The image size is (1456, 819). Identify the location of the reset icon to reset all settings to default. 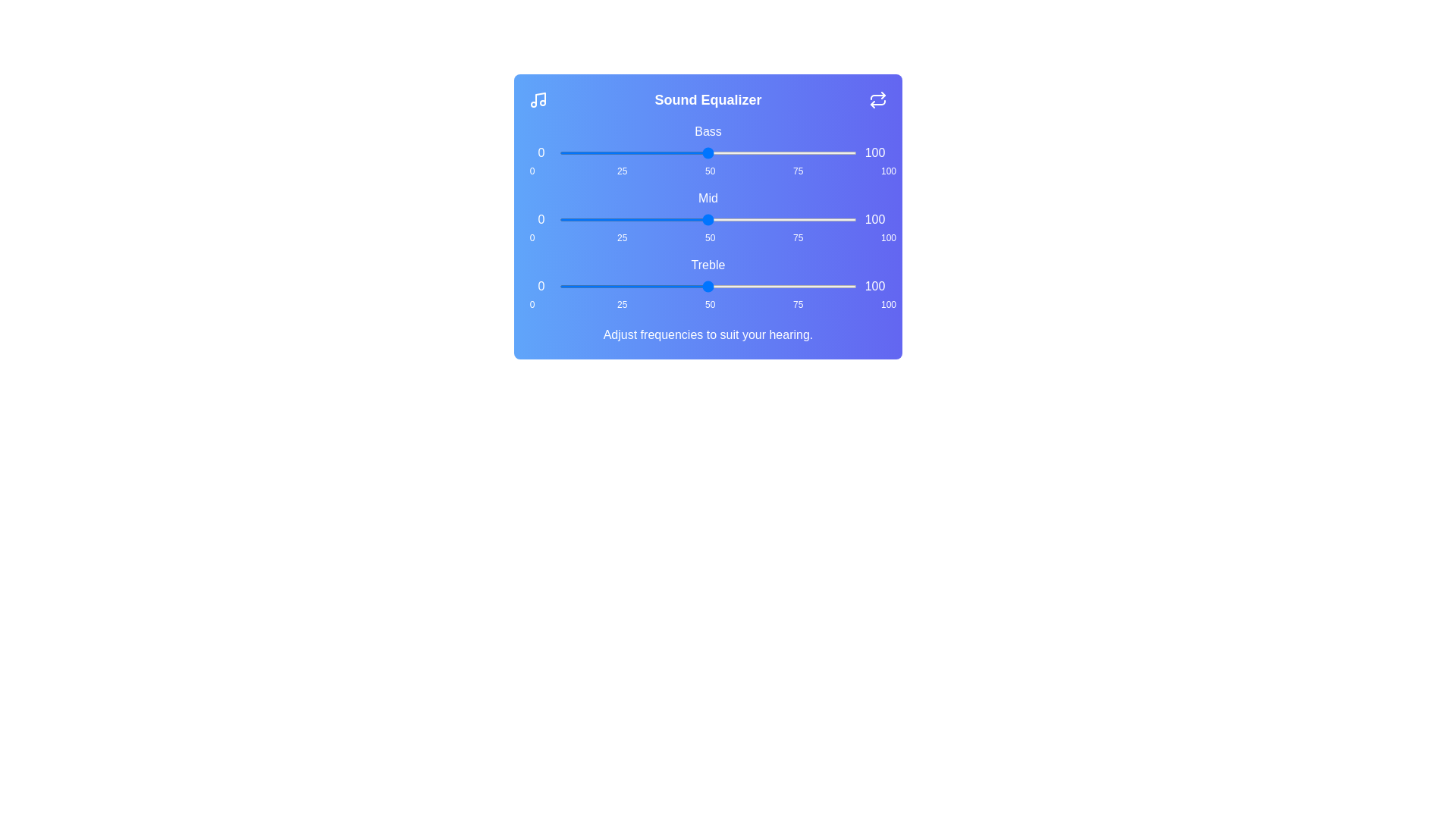
(877, 99).